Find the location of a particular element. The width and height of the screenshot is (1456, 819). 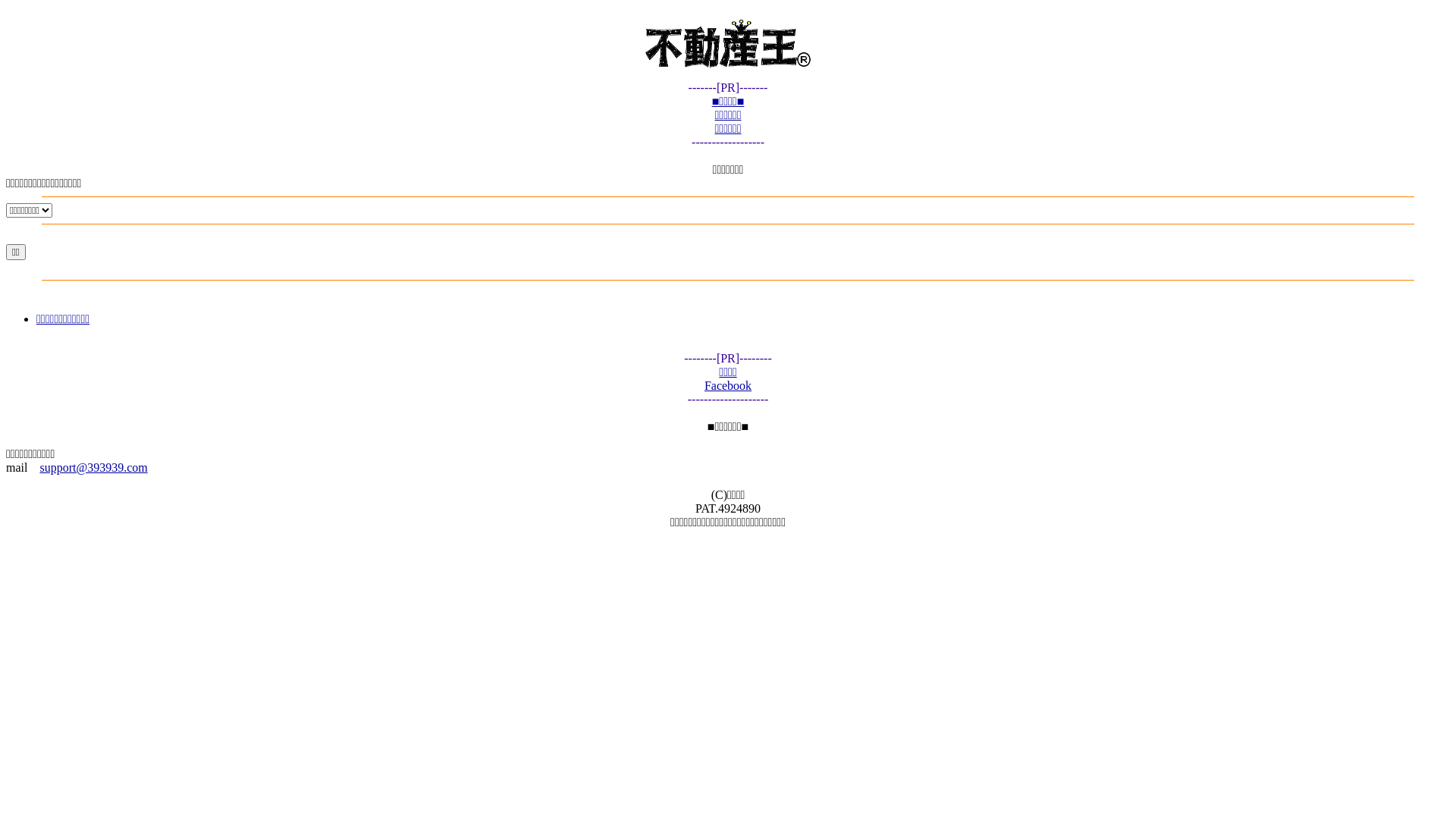

'support@393939.com' is located at coordinates (93, 466).